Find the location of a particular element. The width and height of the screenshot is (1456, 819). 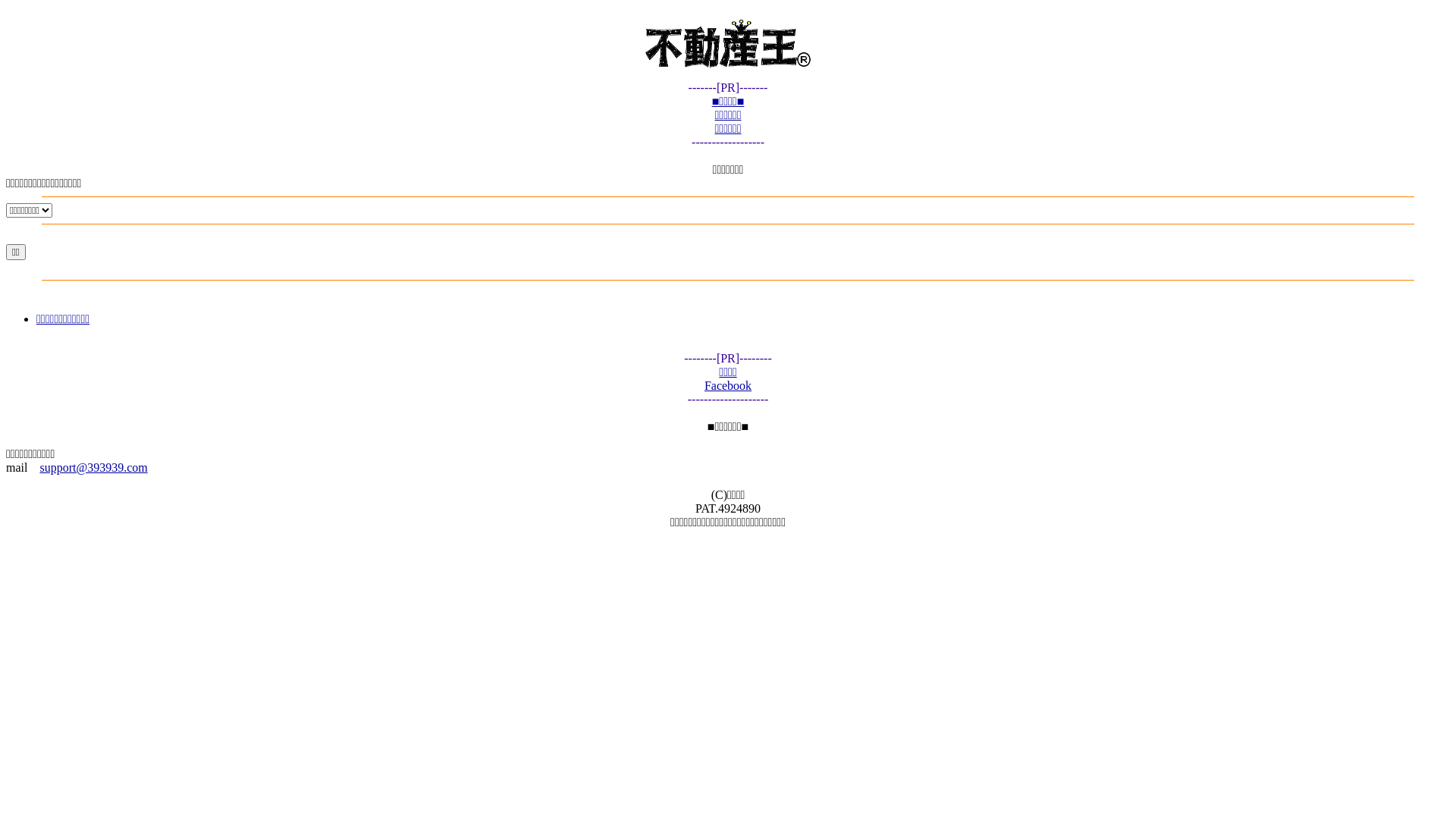

'support@393939.com' is located at coordinates (93, 466).